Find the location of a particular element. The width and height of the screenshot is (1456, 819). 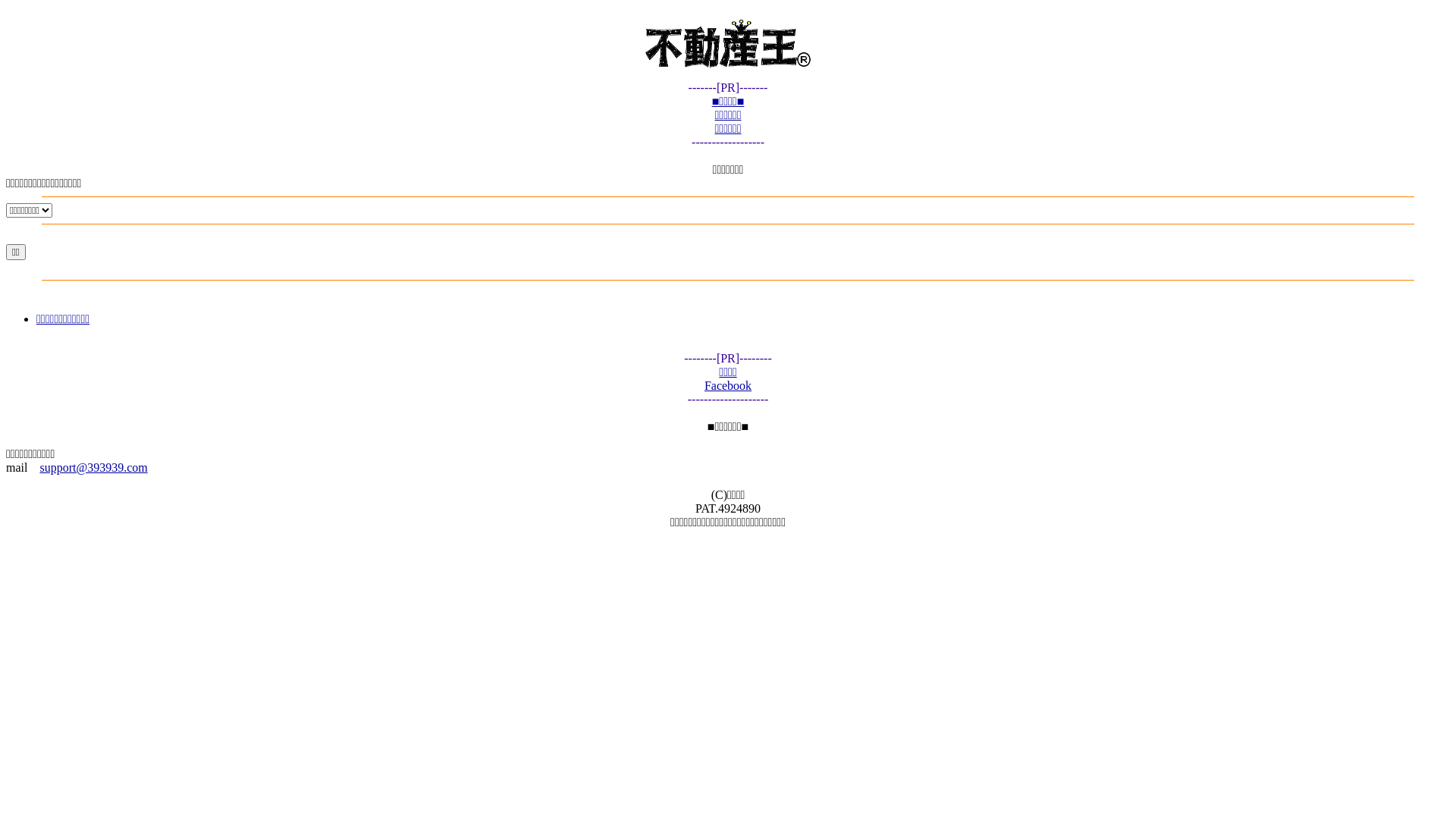

'support@393939.com' is located at coordinates (93, 466).